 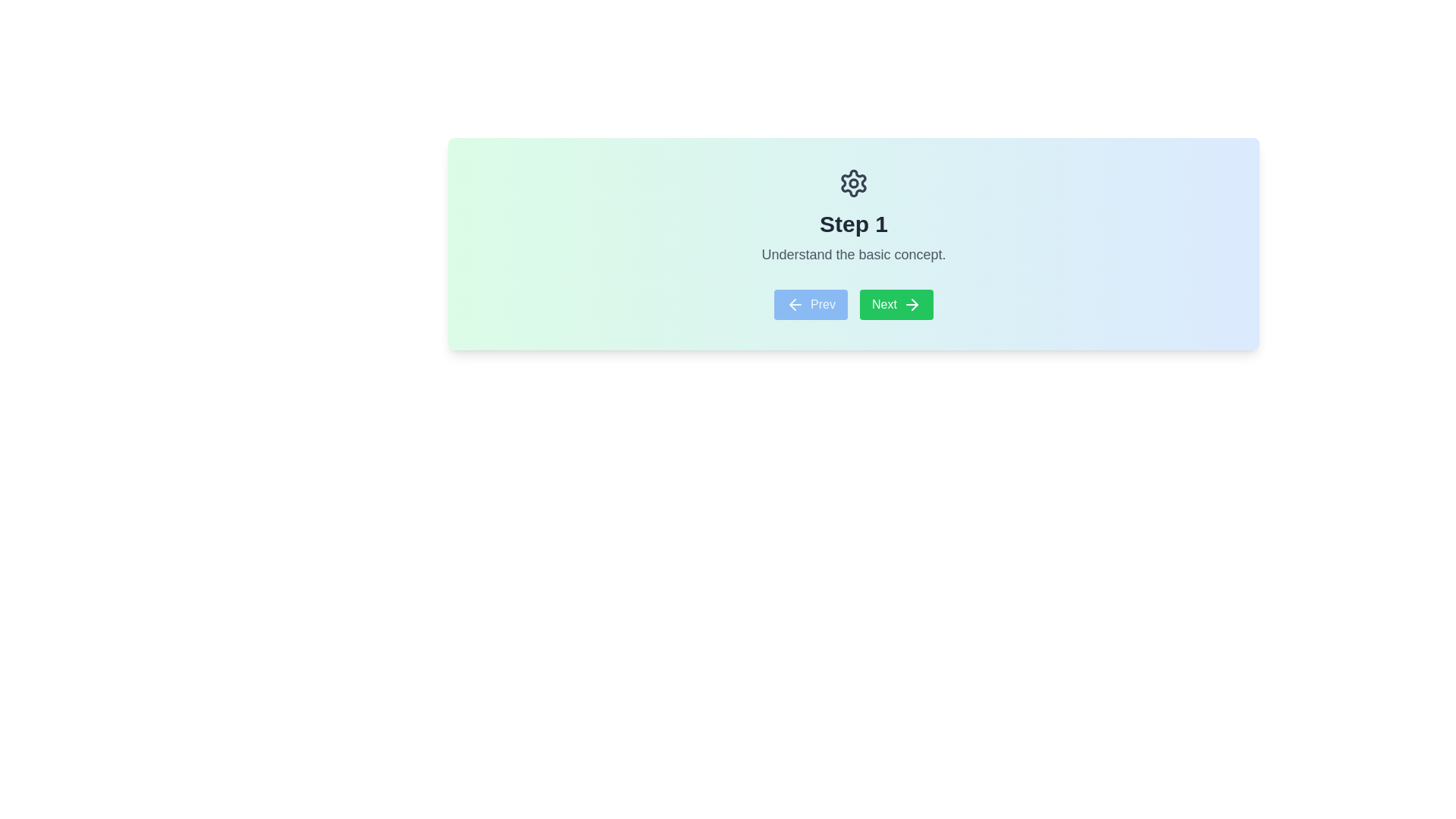 I want to click on the 'Step 1' text label, which is prominently displayed in large, bold, sans-serif typography in dark gray, positioned centrally within a light gradient background transitioning from green to blue, so click(x=854, y=224).